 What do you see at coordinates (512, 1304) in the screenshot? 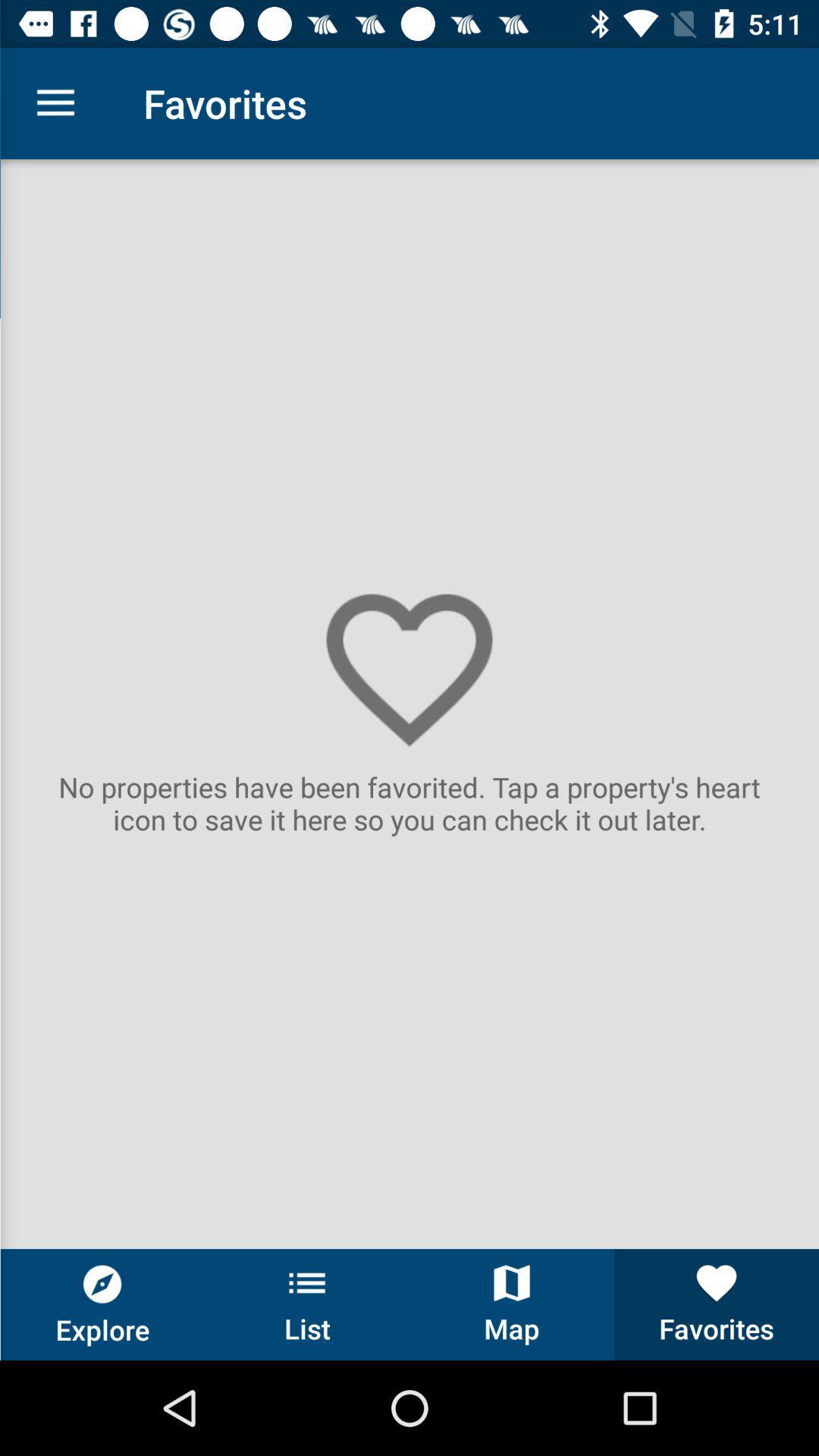
I see `button to the left of the favorites` at bounding box center [512, 1304].